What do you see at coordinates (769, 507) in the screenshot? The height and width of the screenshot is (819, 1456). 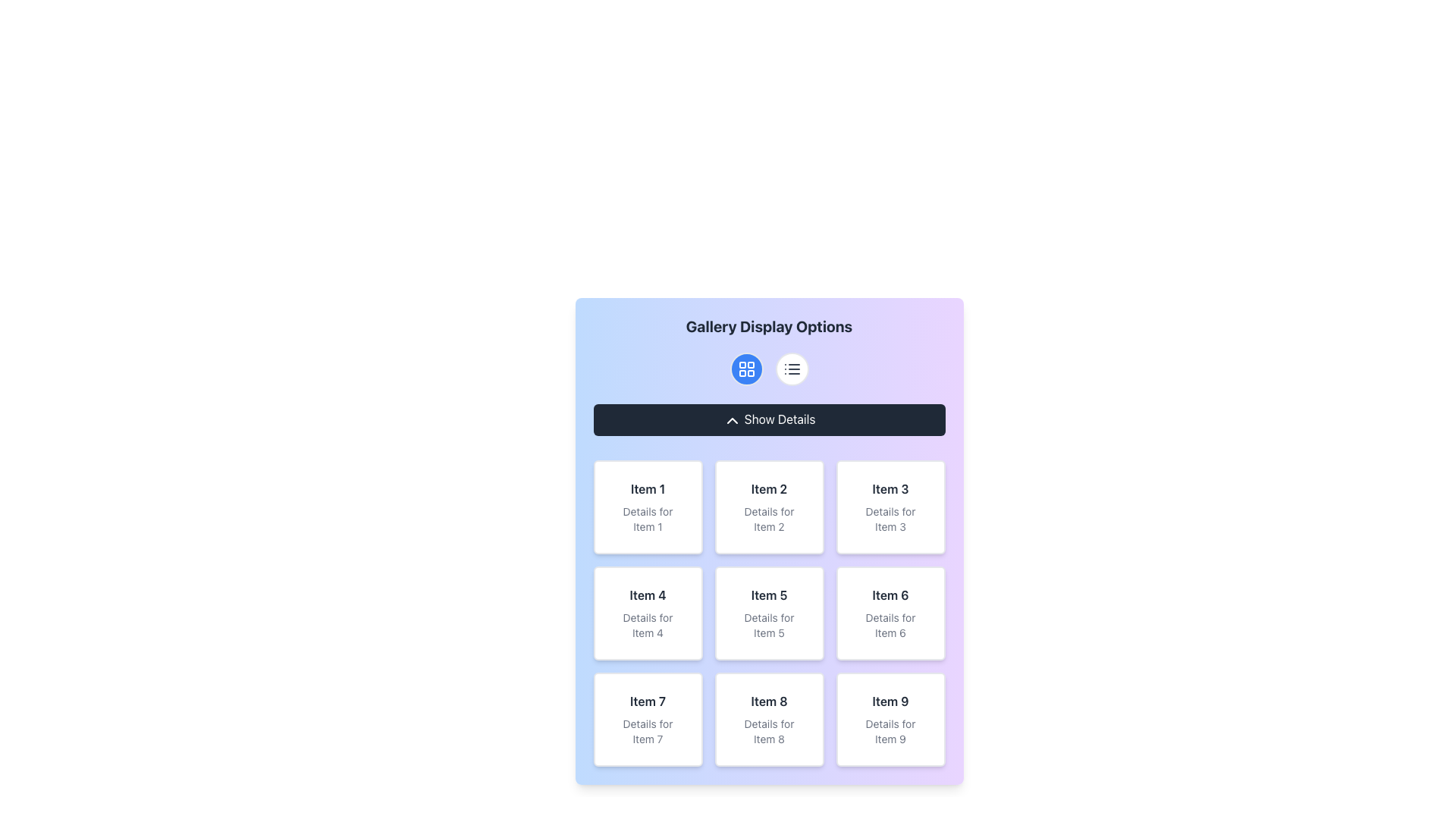 I see `the card titled 'Item 2', which is the second card in a 3x3 grid layout, located in the top-middle position, to interact with adjacent elements` at bounding box center [769, 507].